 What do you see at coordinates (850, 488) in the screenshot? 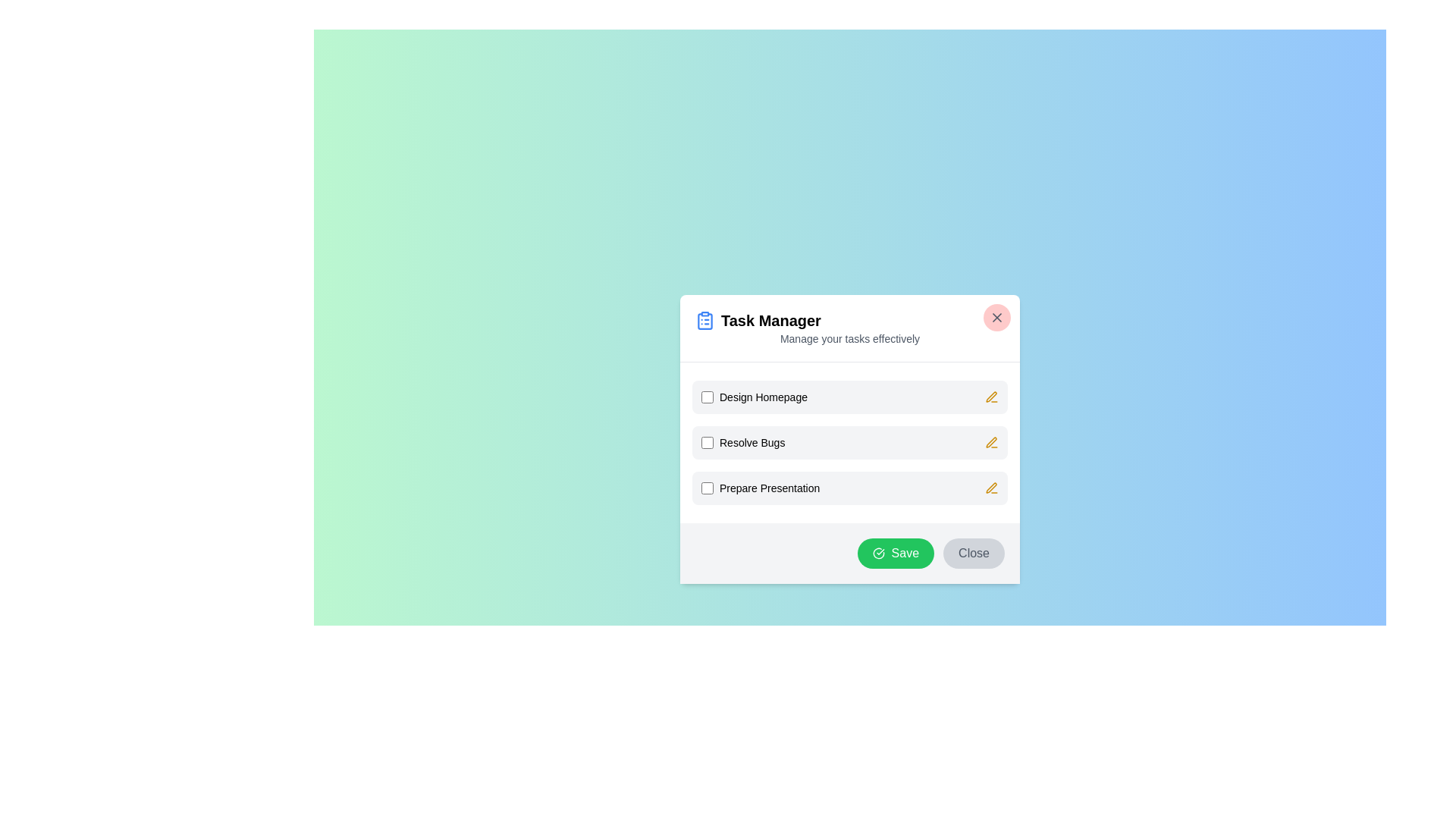
I see `the third task entry in the task manager` at bounding box center [850, 488].